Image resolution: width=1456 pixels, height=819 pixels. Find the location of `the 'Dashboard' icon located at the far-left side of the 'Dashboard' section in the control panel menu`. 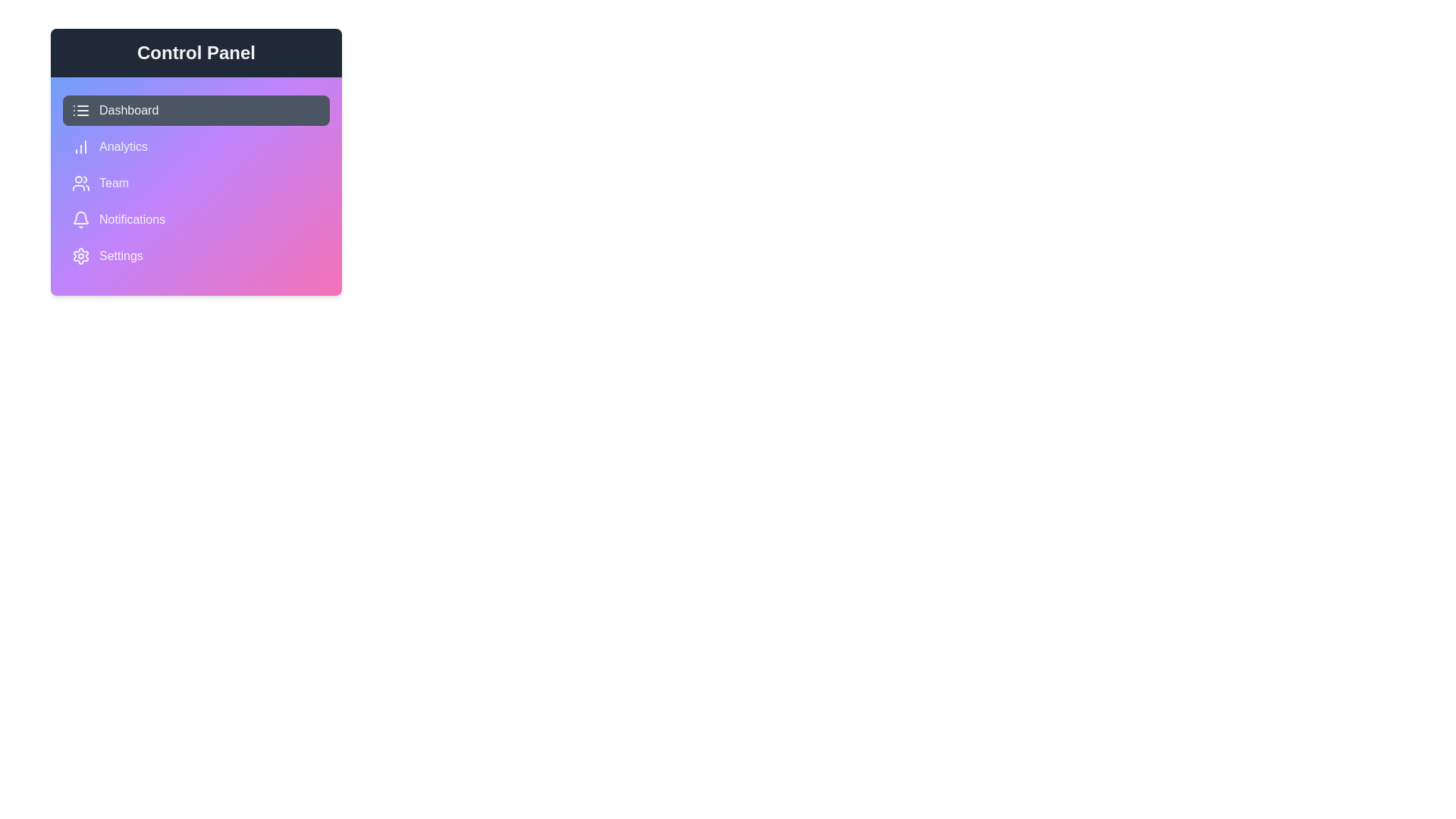

the 'Dashboard' icon located at the far-left side of the 'Dashboard' section in the control panel menu is located at coordinates (80, 110).